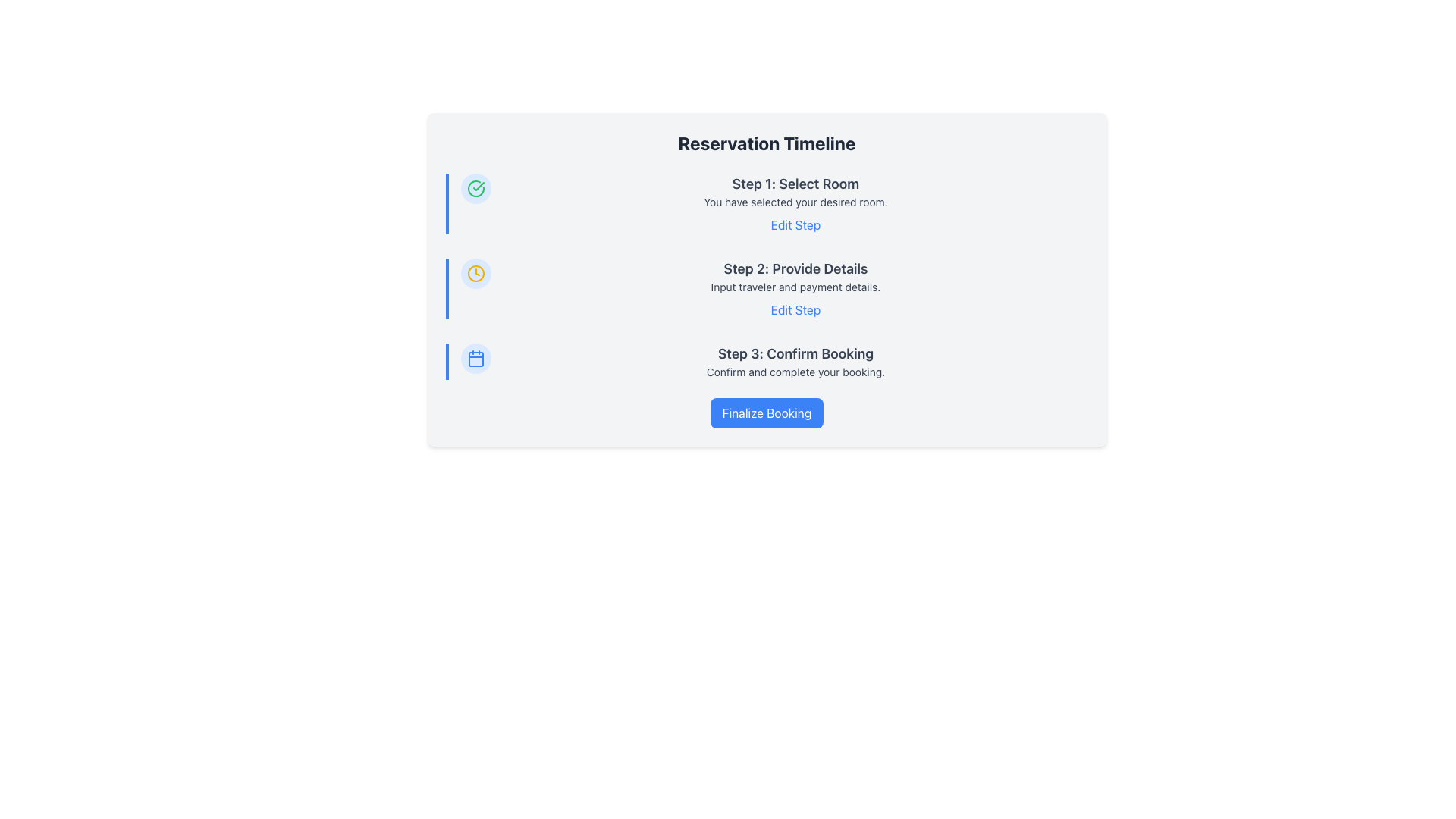 The width and height of the screenshot is (1456, 819). Describe the element at coordinates (475, 359) in the screenshot. I see `the calendar icon with a blue outline and rounded edges, which is the last item in the timeline beside the label 'Step 3: Confirm Booking'` at that location.